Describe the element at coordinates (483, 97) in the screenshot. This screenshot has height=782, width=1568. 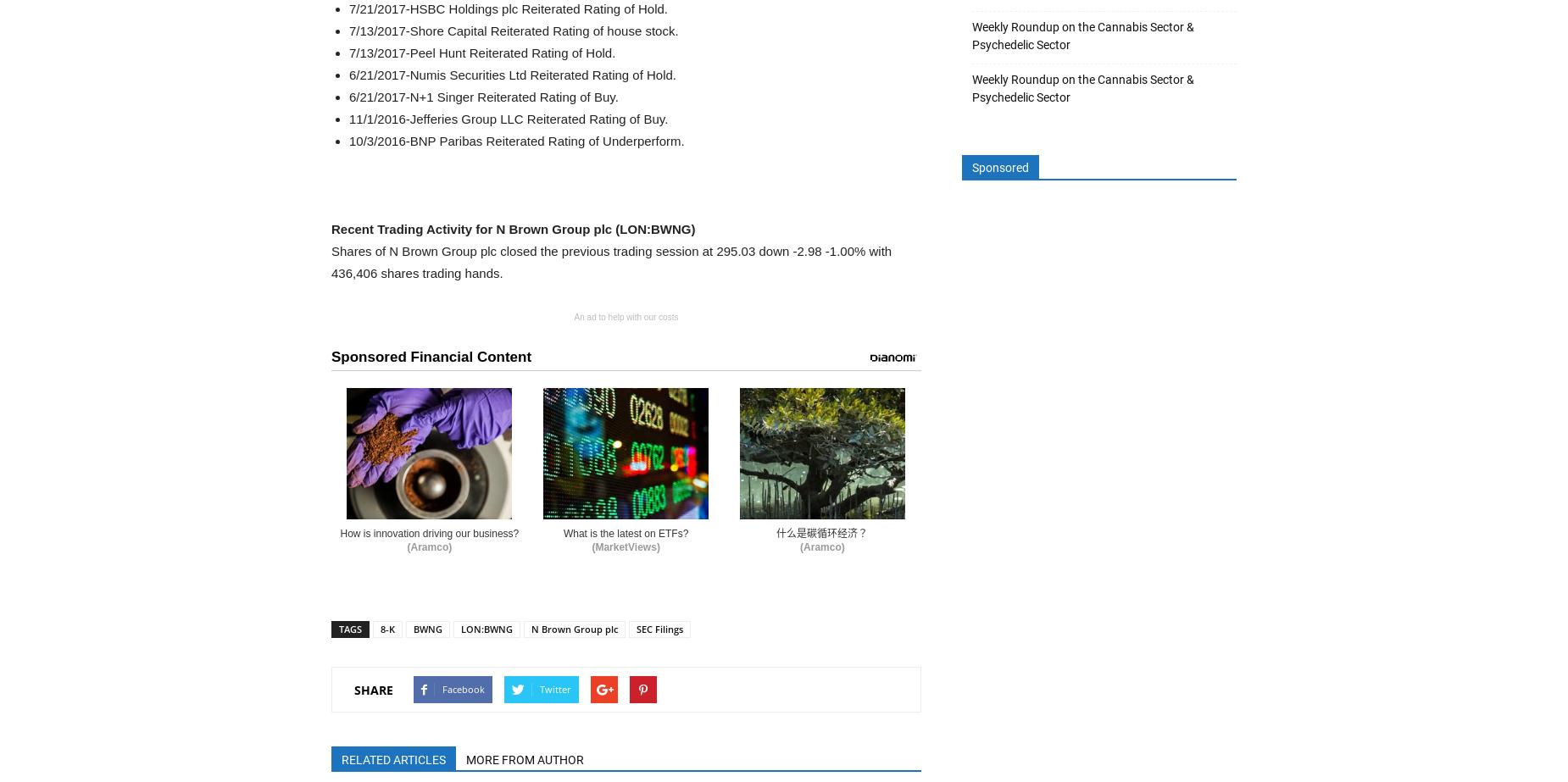
I see `'6/21/2017-N+1 Singer Reiterated Rating of Buy.'` at that location.